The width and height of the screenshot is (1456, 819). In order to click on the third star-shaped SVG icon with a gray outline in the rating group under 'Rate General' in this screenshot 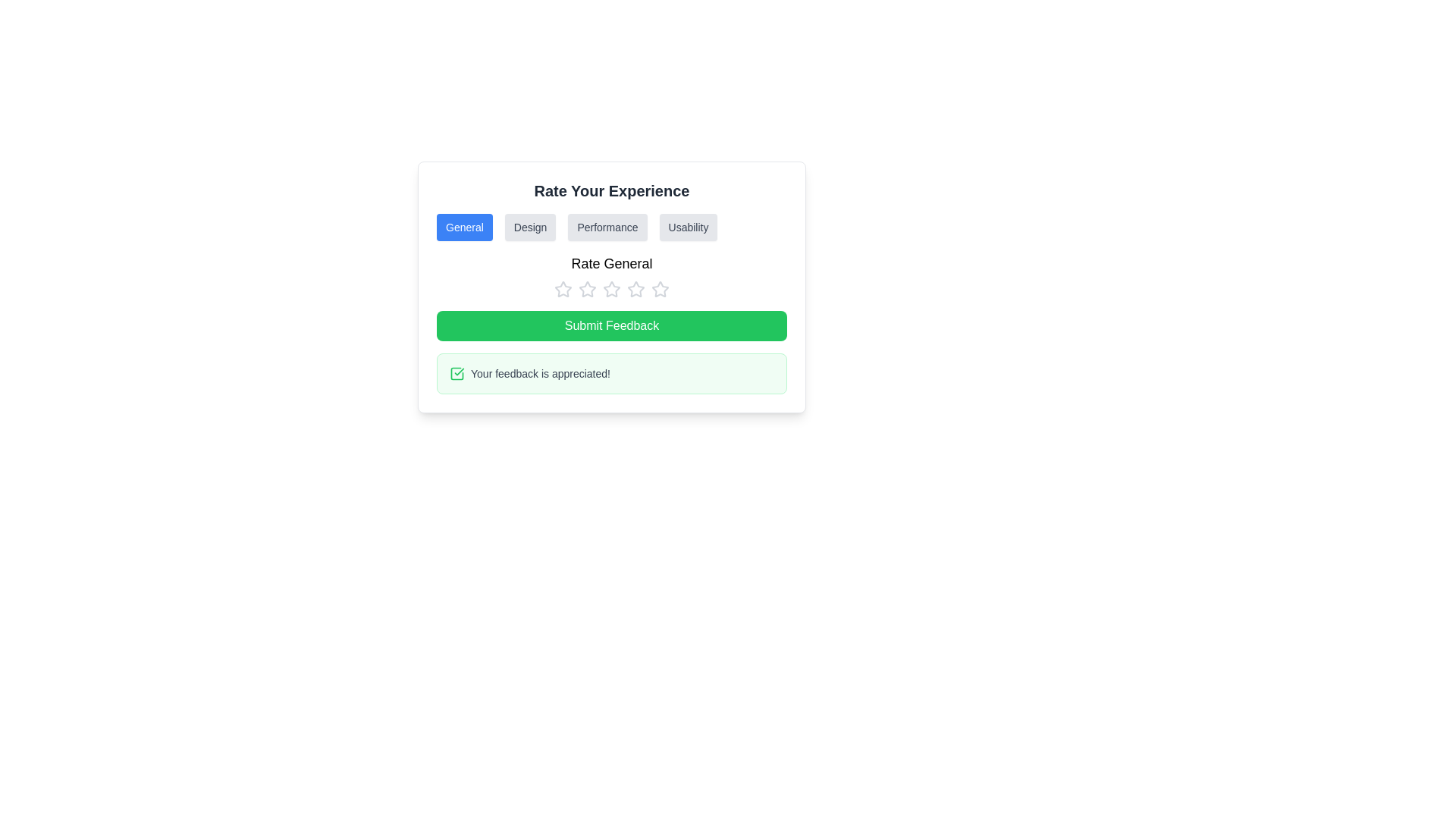, I will do `click(636, 289)`.